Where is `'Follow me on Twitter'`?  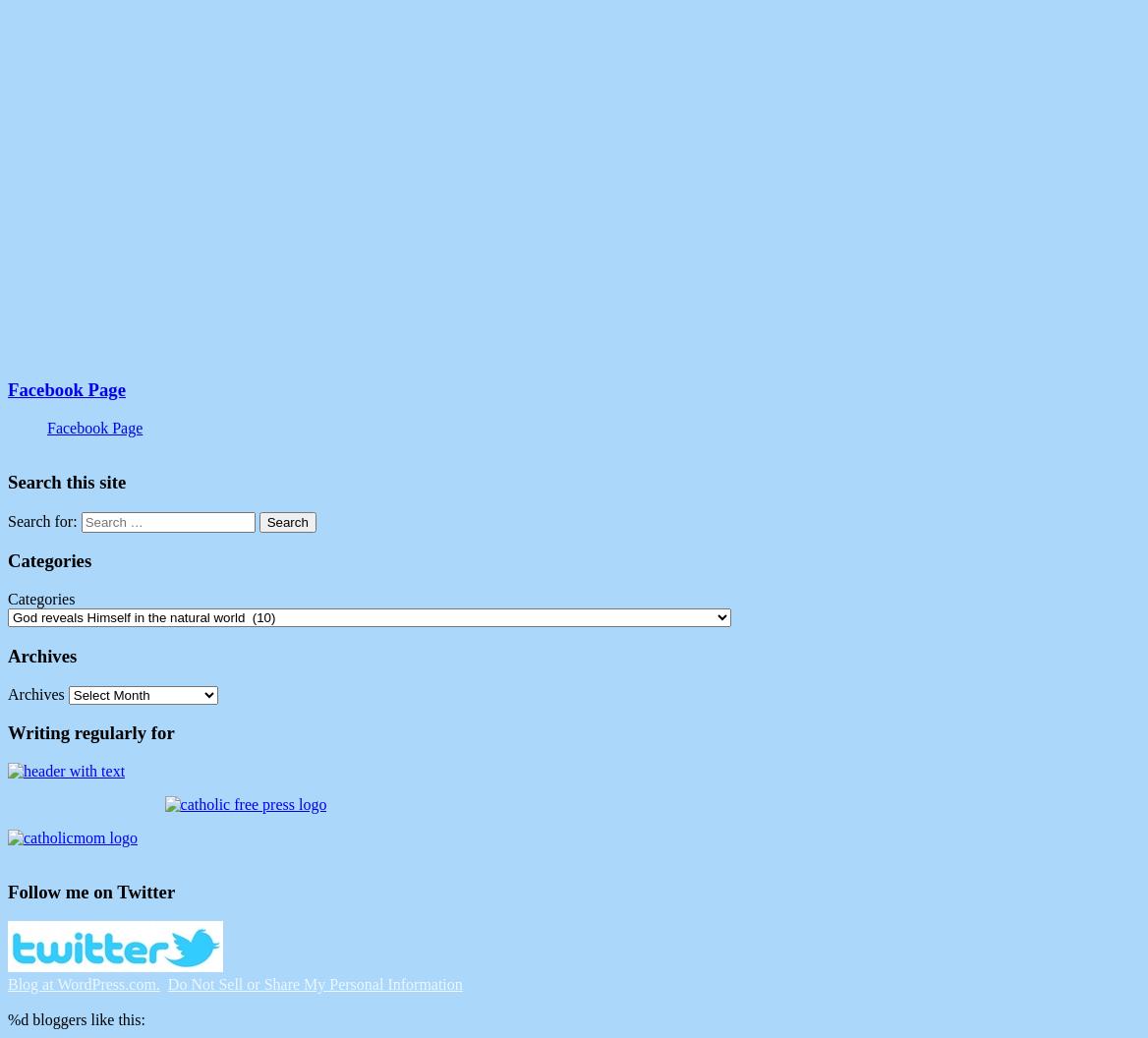 'Follow me on Twitter' is located at coordinates (89, 890).